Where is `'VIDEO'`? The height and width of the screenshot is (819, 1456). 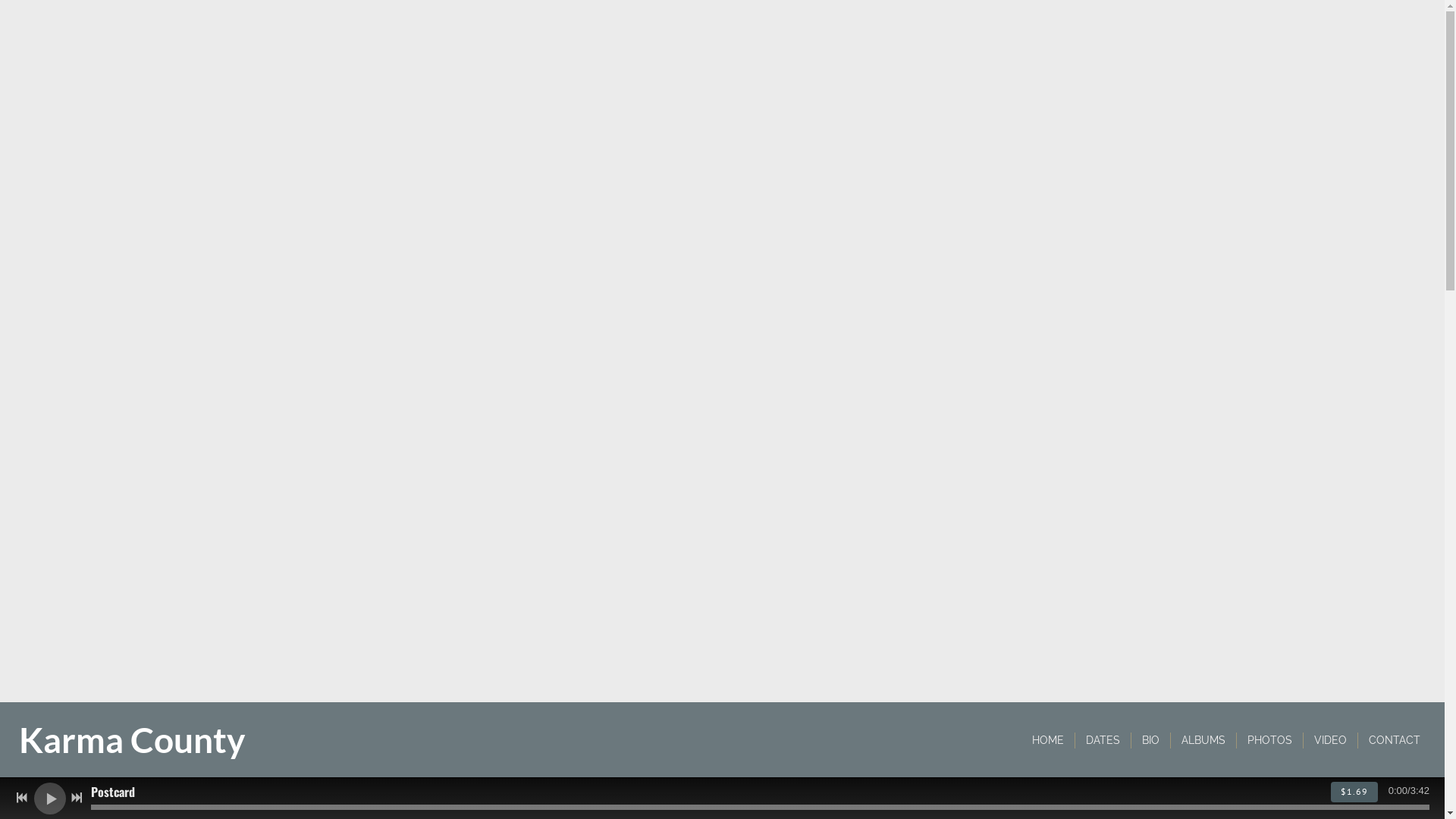
'VIDEO' is located at coordinates (1329, 739).